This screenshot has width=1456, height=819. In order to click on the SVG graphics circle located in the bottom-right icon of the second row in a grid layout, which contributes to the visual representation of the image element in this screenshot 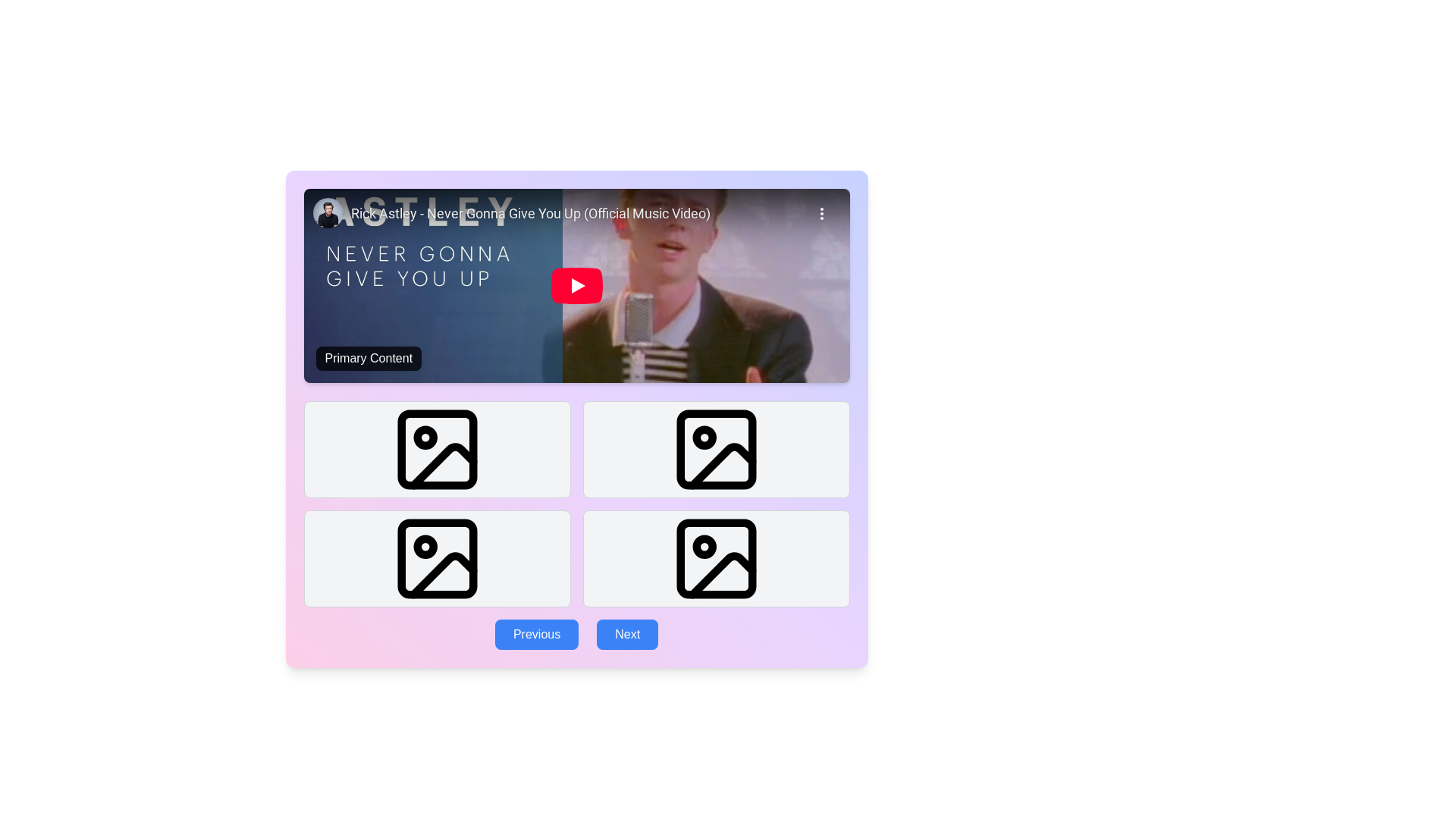, I will do `click(703, 547)`.